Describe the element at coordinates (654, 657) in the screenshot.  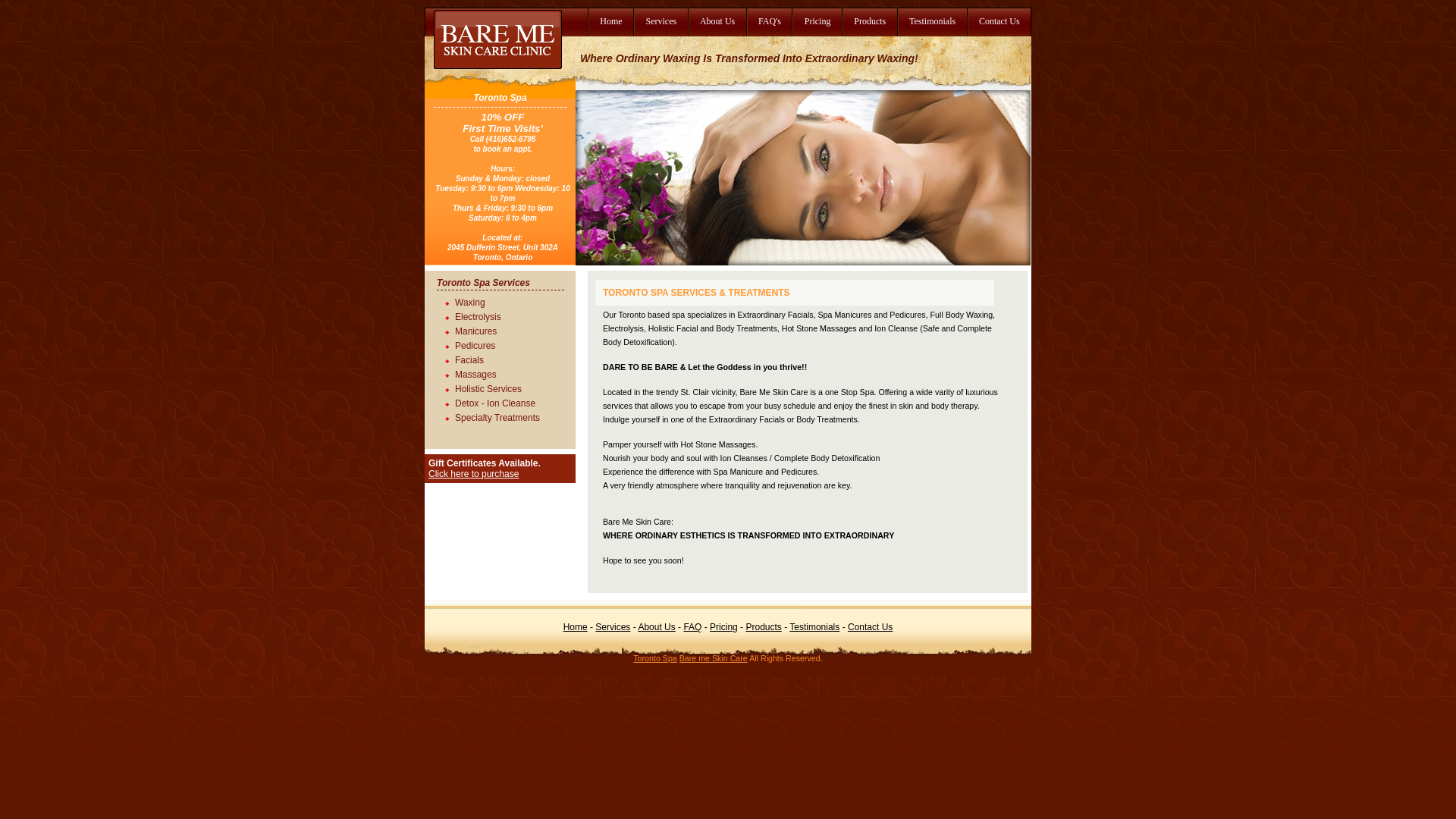
I see `'Toronto Spa'` at that location.